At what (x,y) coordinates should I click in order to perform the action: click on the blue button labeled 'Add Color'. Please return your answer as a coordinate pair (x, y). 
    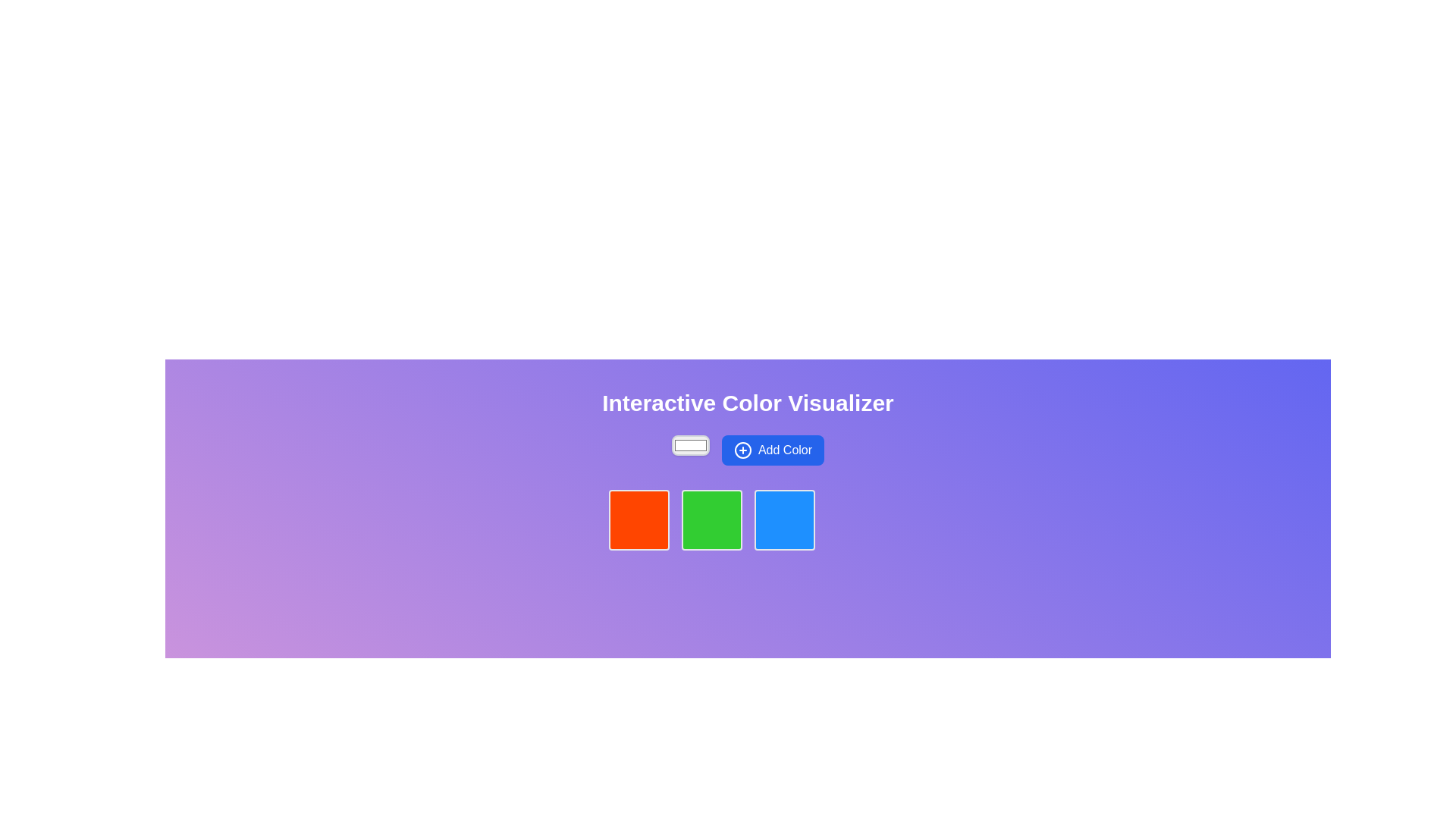
    Looking at the image, I should click on (773, 450).